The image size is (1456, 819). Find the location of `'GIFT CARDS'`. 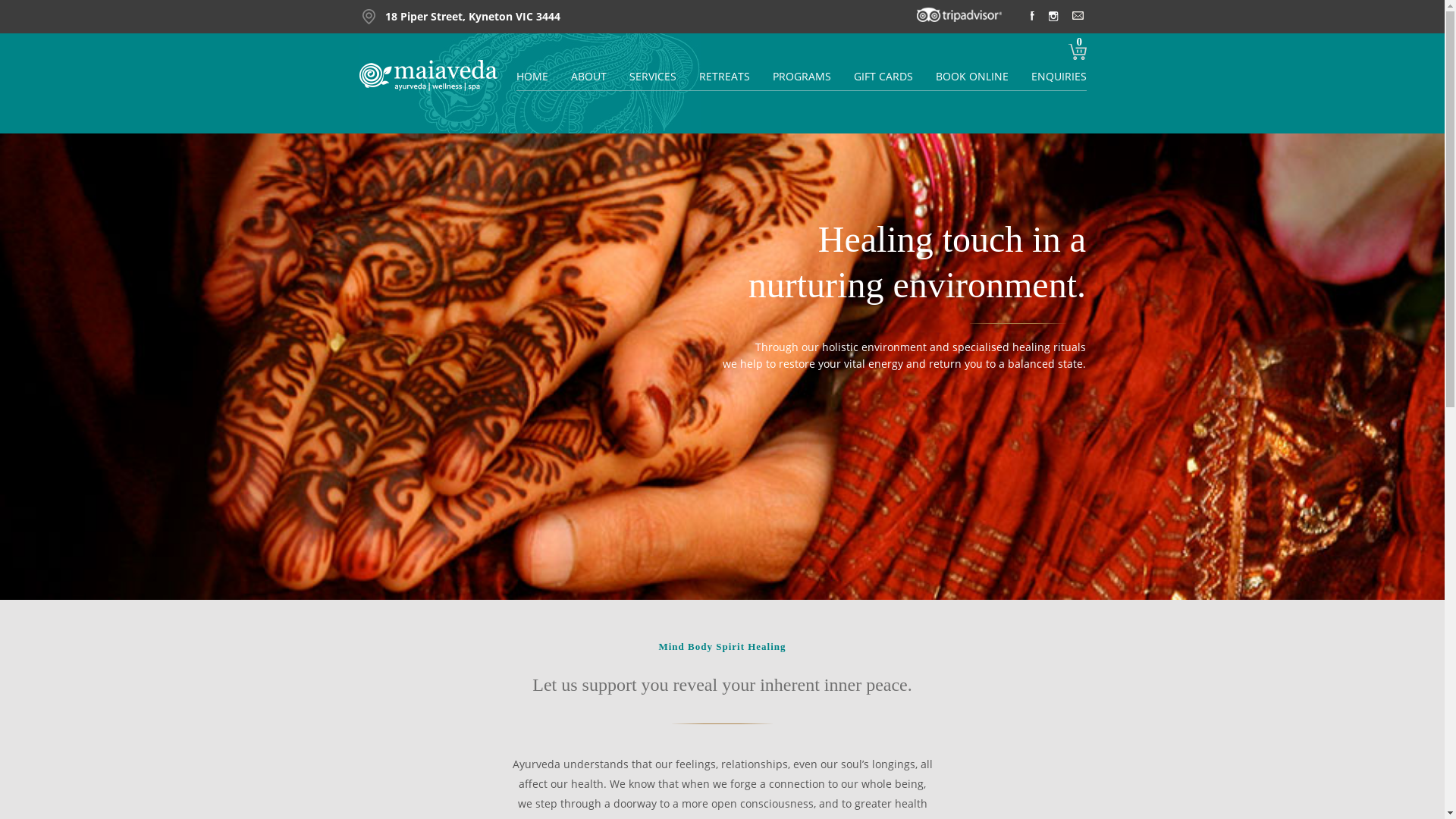

'GIFT CARDS' is located at coordinates (854, 76).